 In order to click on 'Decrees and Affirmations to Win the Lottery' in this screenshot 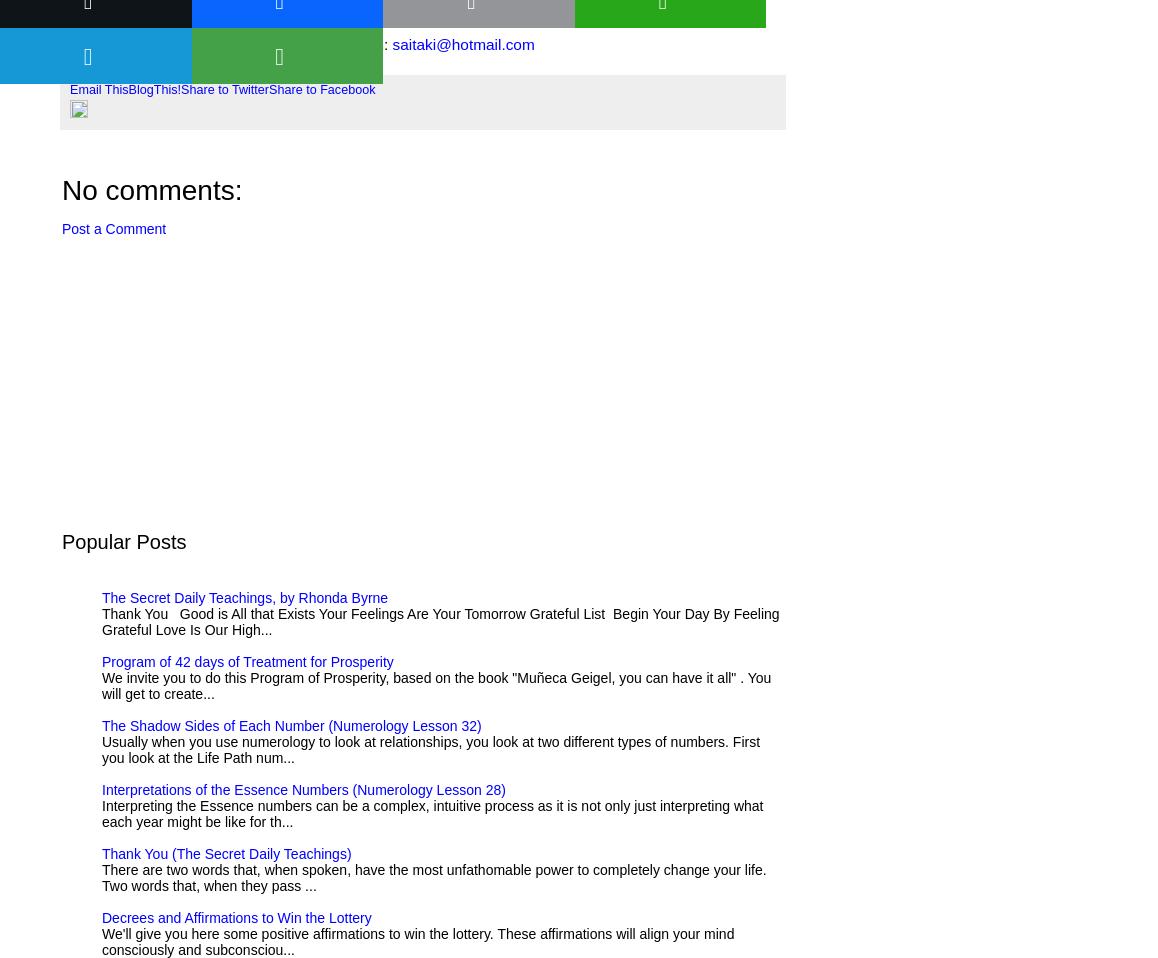, I will do `click(235, 917)`.